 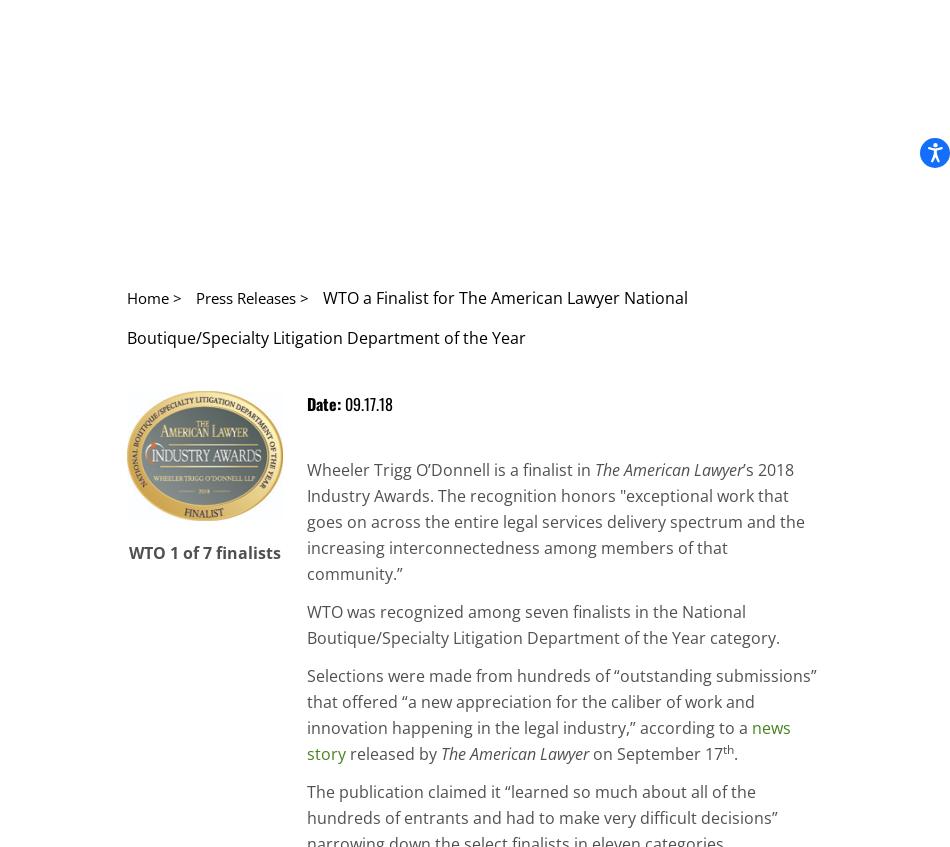 What do you see at coordinates (589, 752) in the screenshot?
I see `'on September 17'` at bounding box center [589, 752].